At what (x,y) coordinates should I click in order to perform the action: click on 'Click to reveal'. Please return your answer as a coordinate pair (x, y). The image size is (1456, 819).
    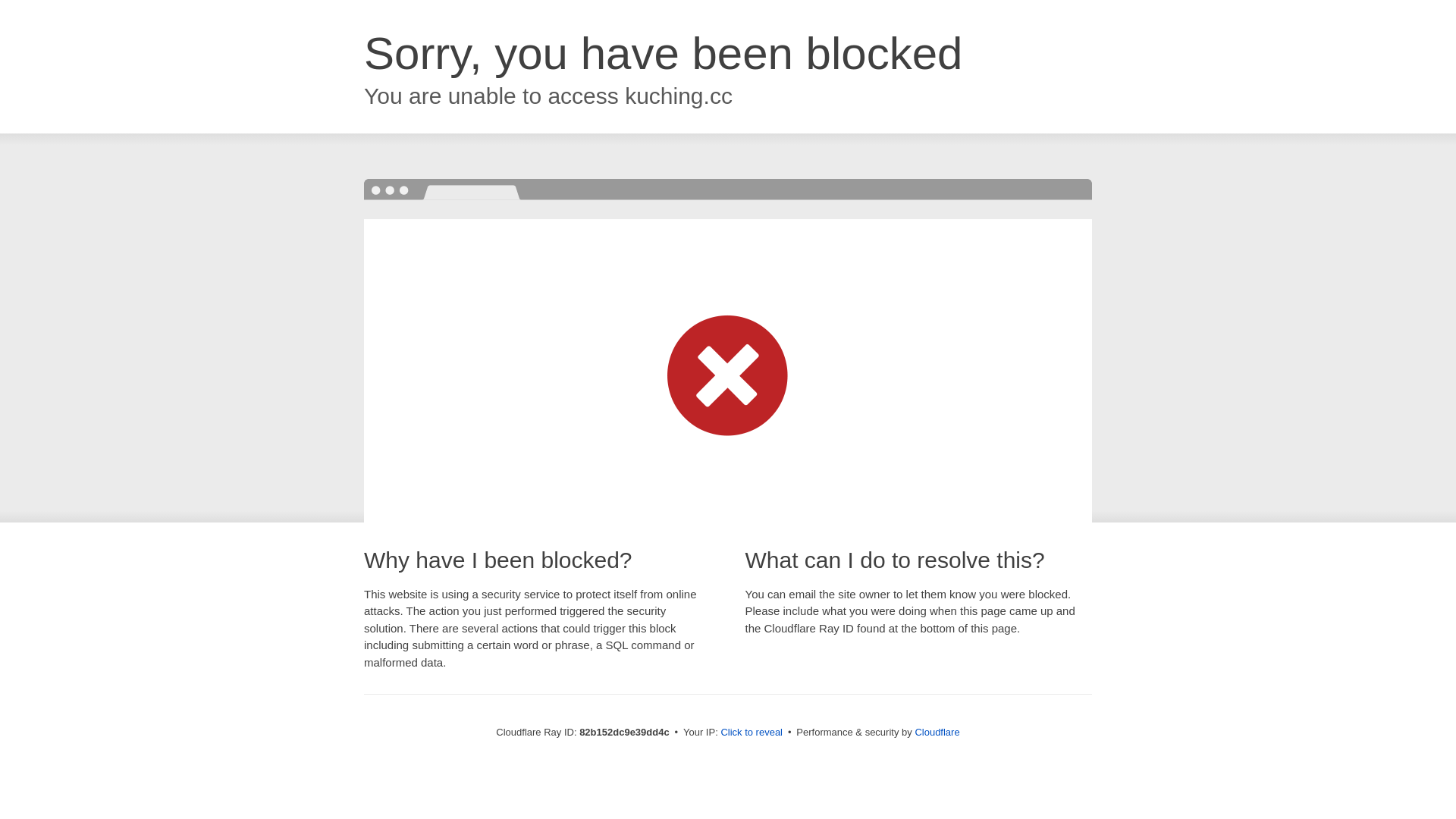
    Looking at the image, I should click on (751, 731).